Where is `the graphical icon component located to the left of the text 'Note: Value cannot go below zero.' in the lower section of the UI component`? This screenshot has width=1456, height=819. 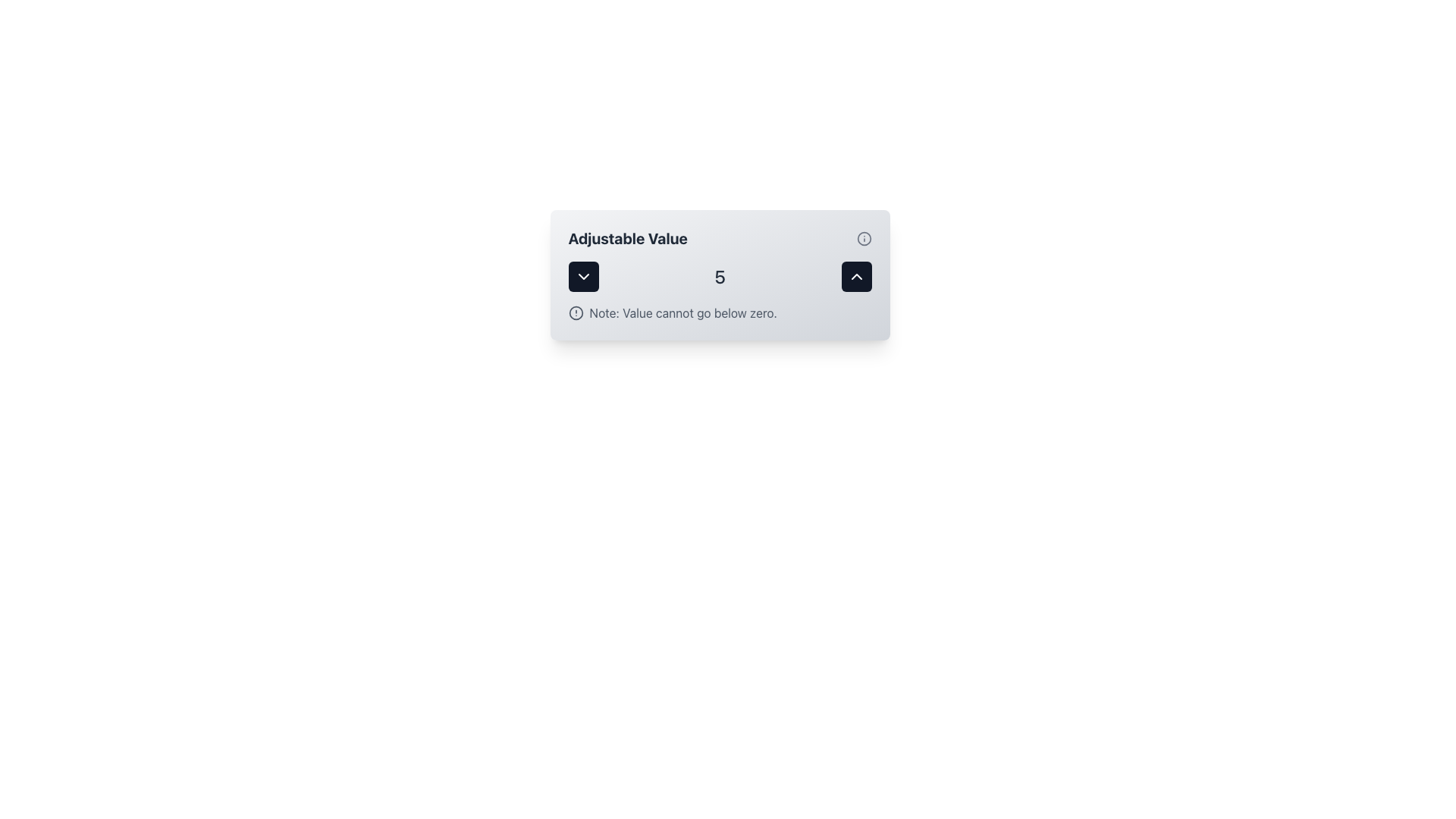 the graphical icon component located to the left of the text 'Note: Value cannot go below zero.' in the lower section of the UI component is located at coordinates (575, 312).